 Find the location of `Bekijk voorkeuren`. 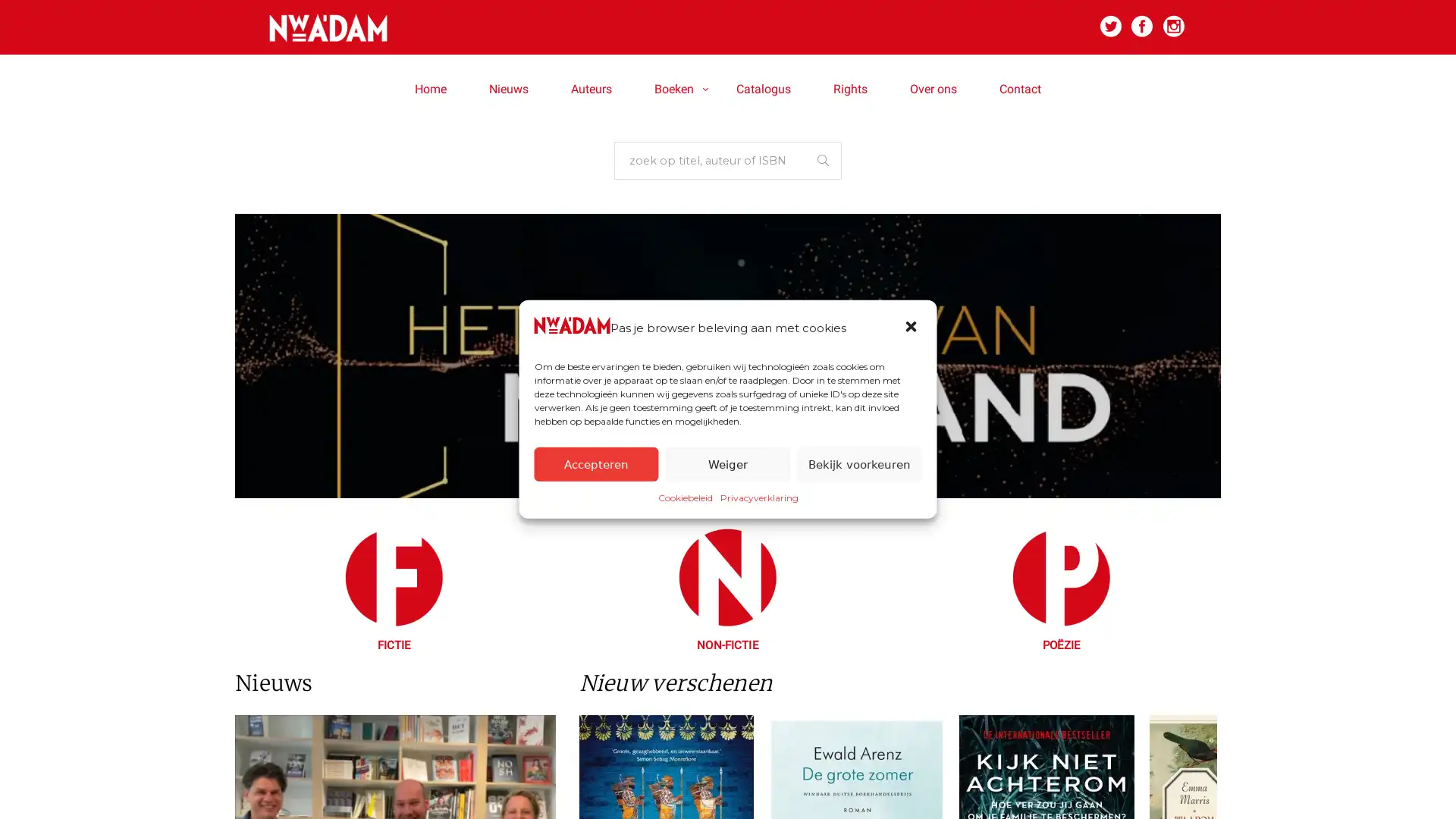

Bekijk voorkeuren is located at coordinates (858, 463).